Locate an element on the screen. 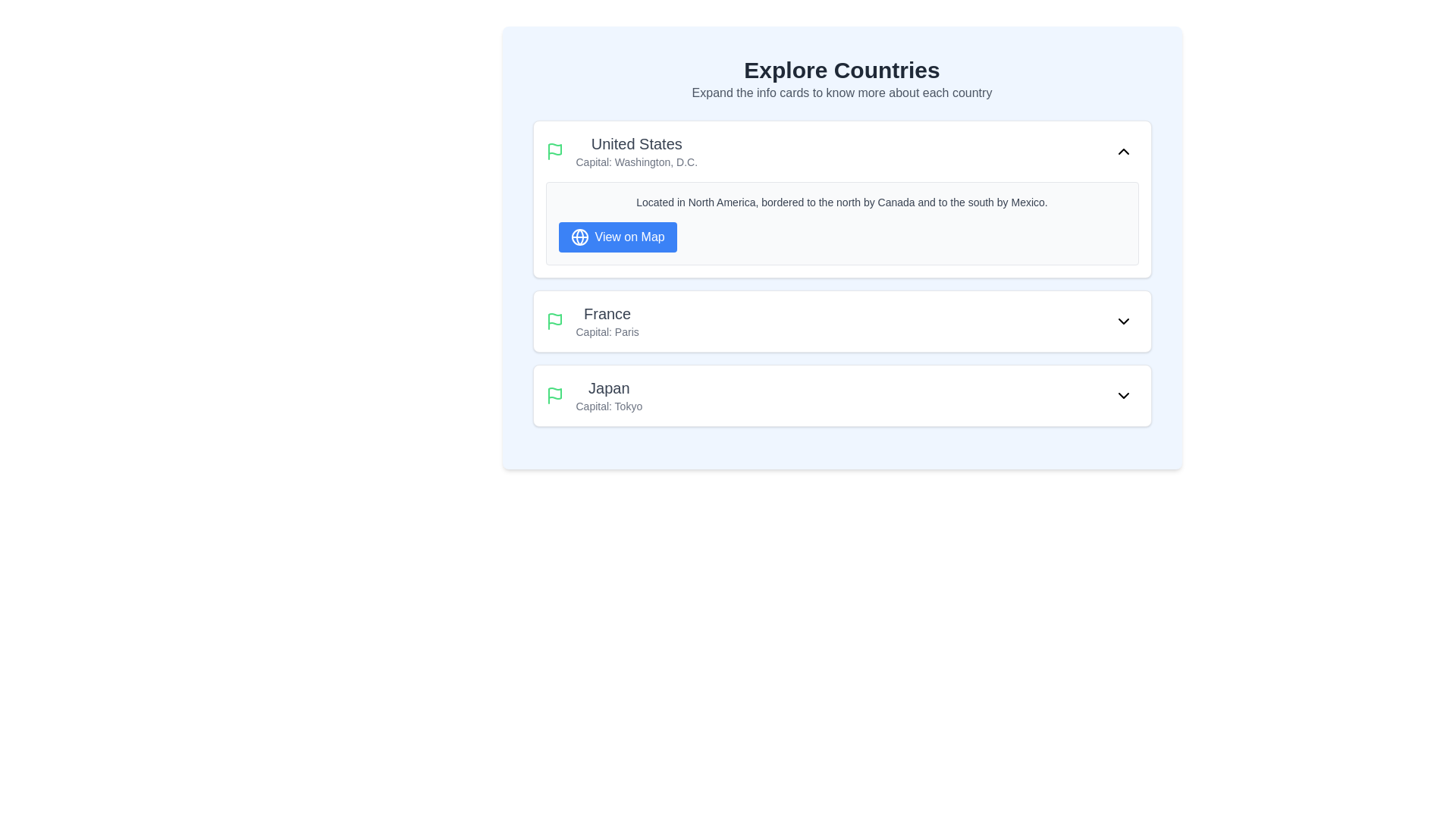  text label indicating the name of the country (Japan) located in the third card of a vertically stacked list of cards, positioned above the description 'Capital: Tokyo' is located at coordinates (609, 388).